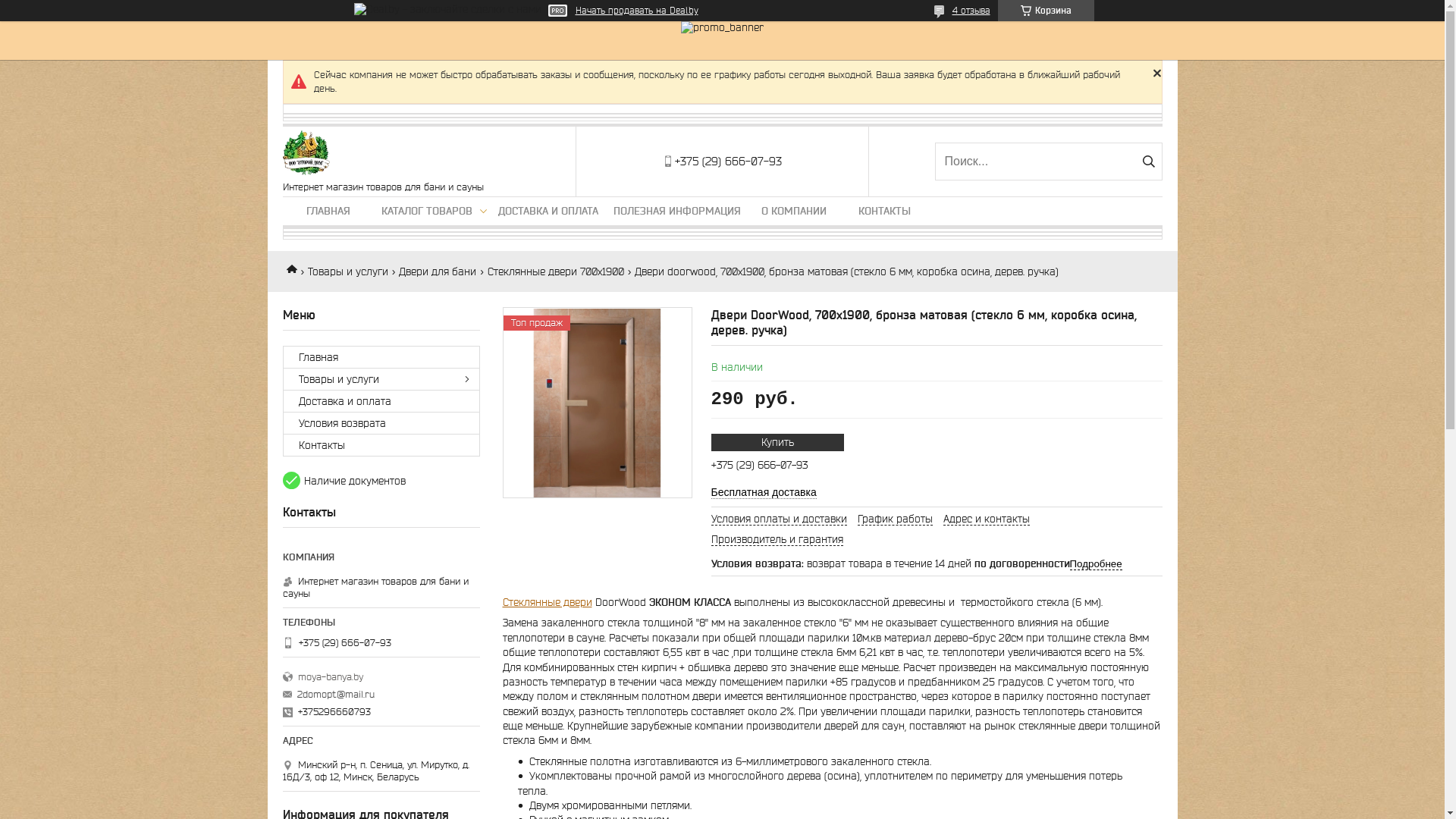  Describe the element at coordinates (297, 694) in the screenshot. I see `'2domopt@mail.ru'` at that location.